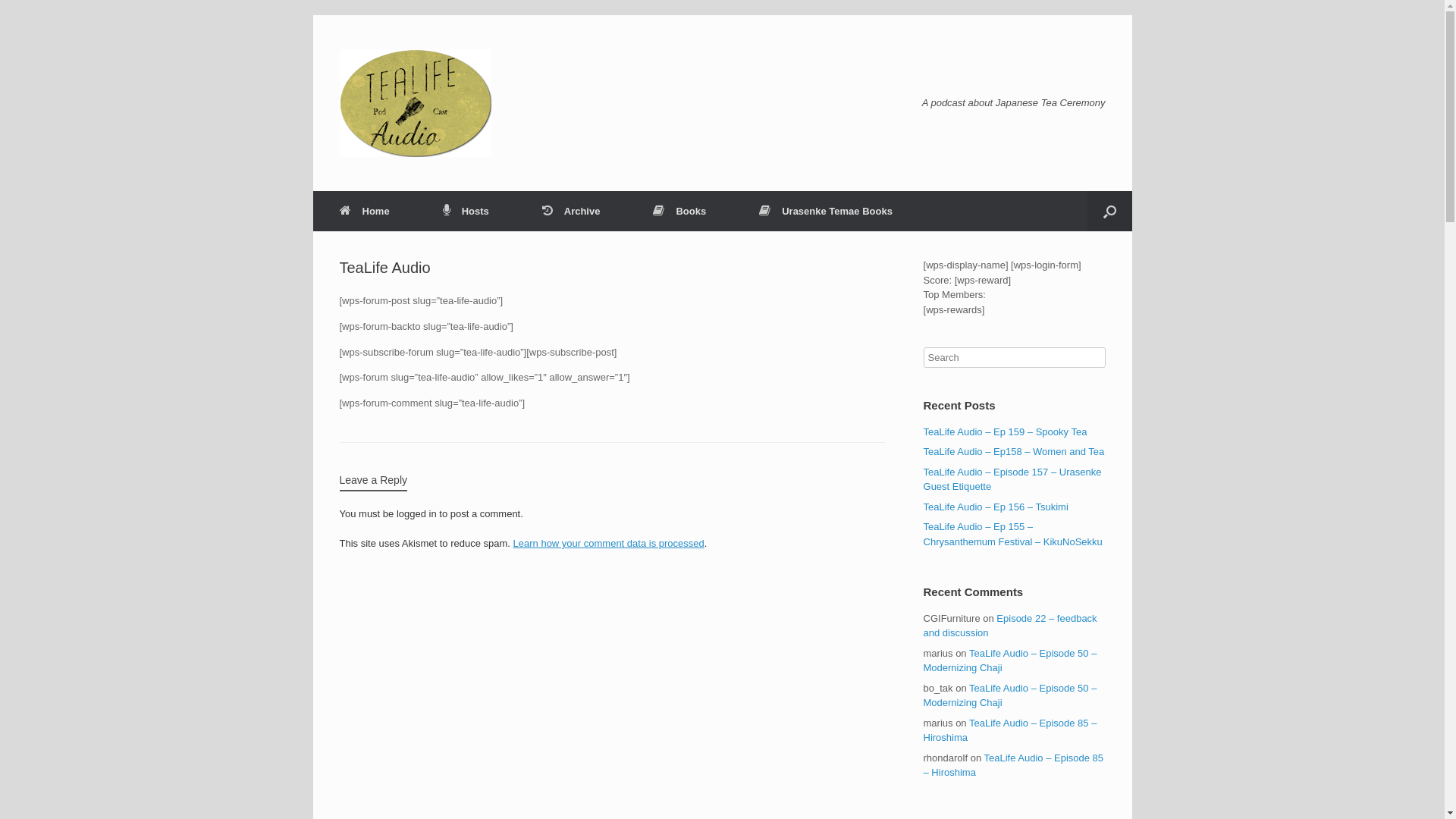  What do you see at coordinates (679, 211) in the screenshot?
I see `'Books'` at bounding box center [679, 211].